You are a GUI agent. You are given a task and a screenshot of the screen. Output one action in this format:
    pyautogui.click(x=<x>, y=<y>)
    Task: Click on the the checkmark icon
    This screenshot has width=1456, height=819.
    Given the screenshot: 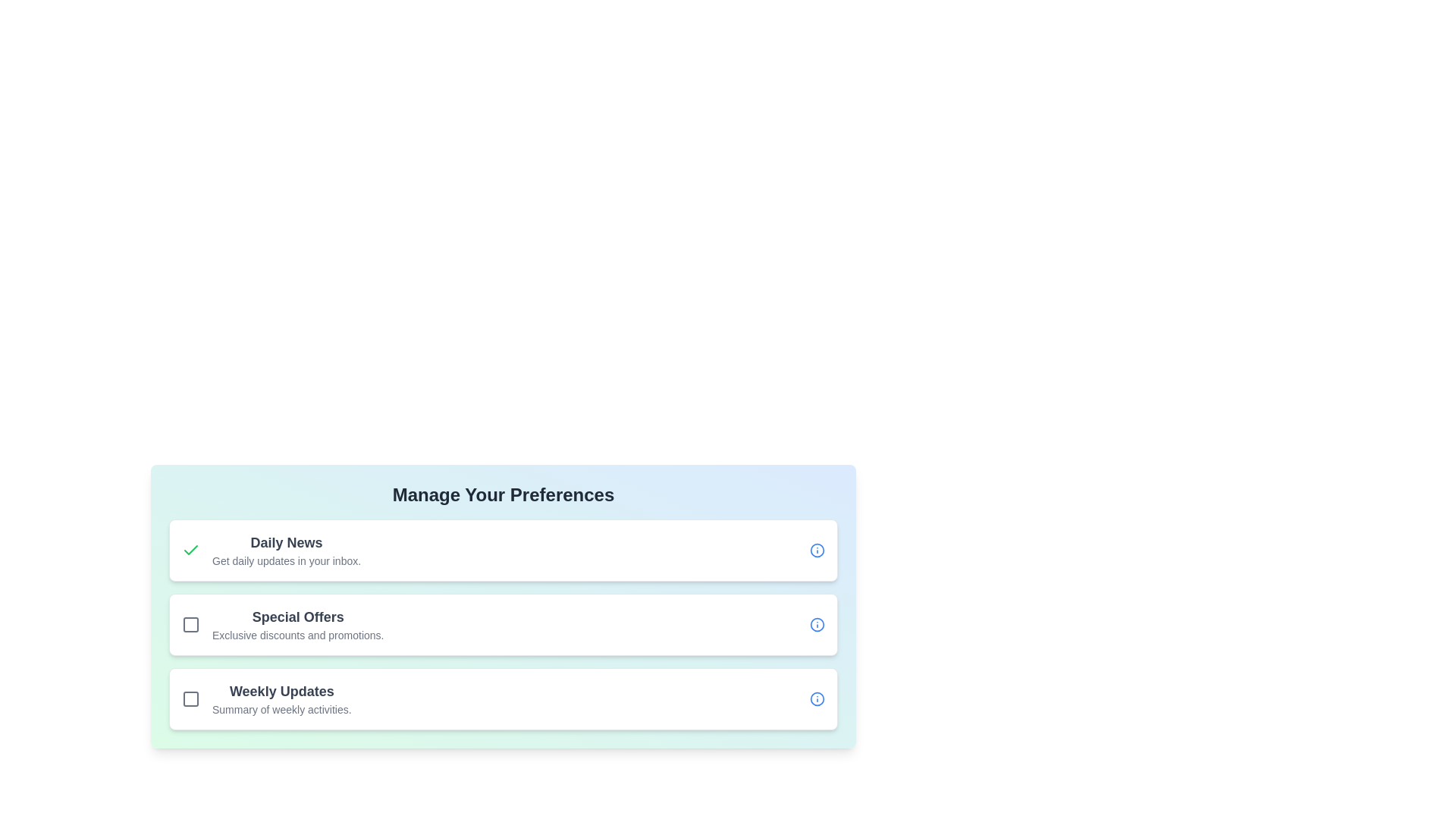 What is the action you would take?
    pyautogui.click(x=190, y=550)
    